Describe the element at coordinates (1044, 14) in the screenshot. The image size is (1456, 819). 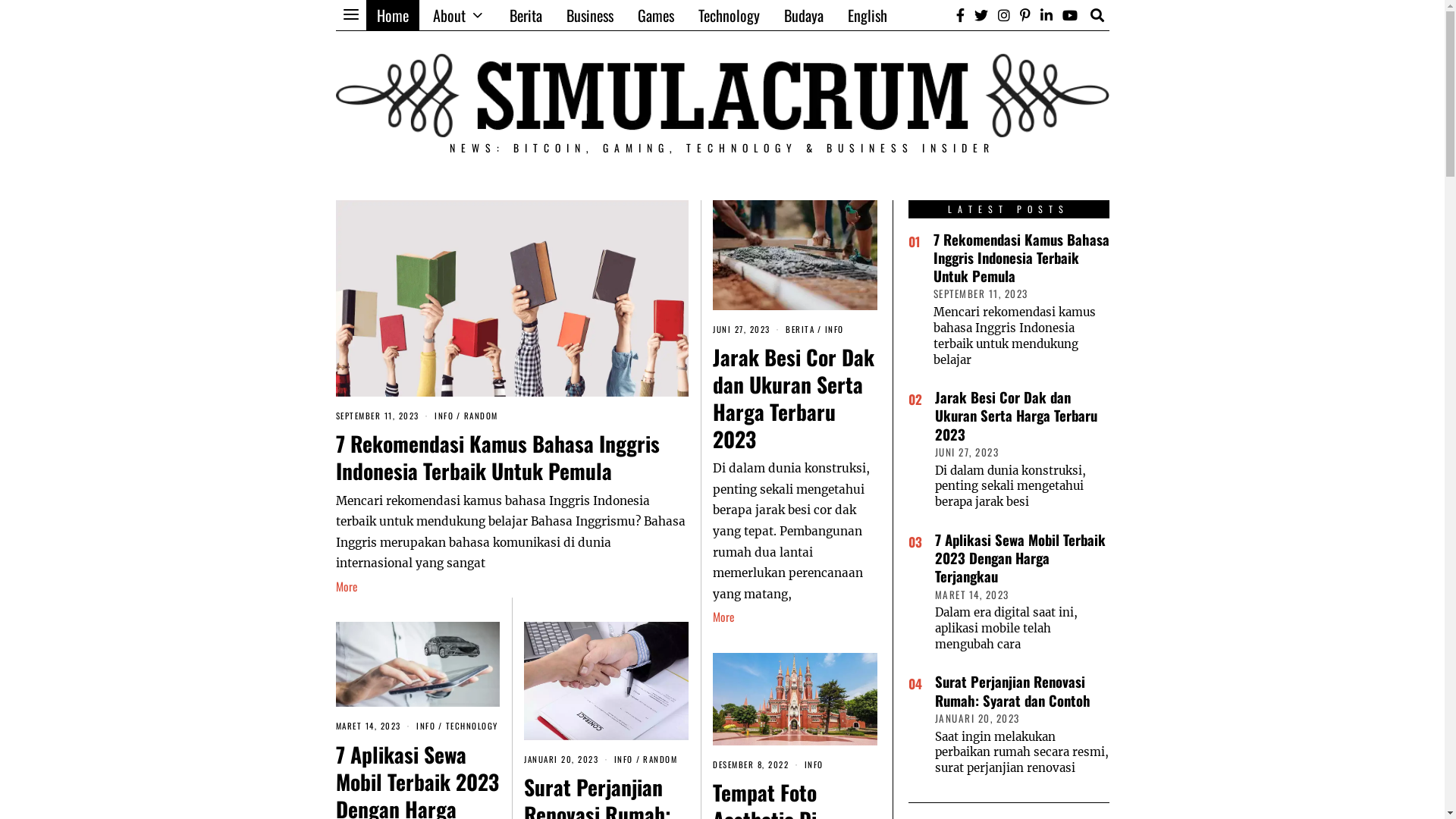
I see `'LinkedIn'` at that location.